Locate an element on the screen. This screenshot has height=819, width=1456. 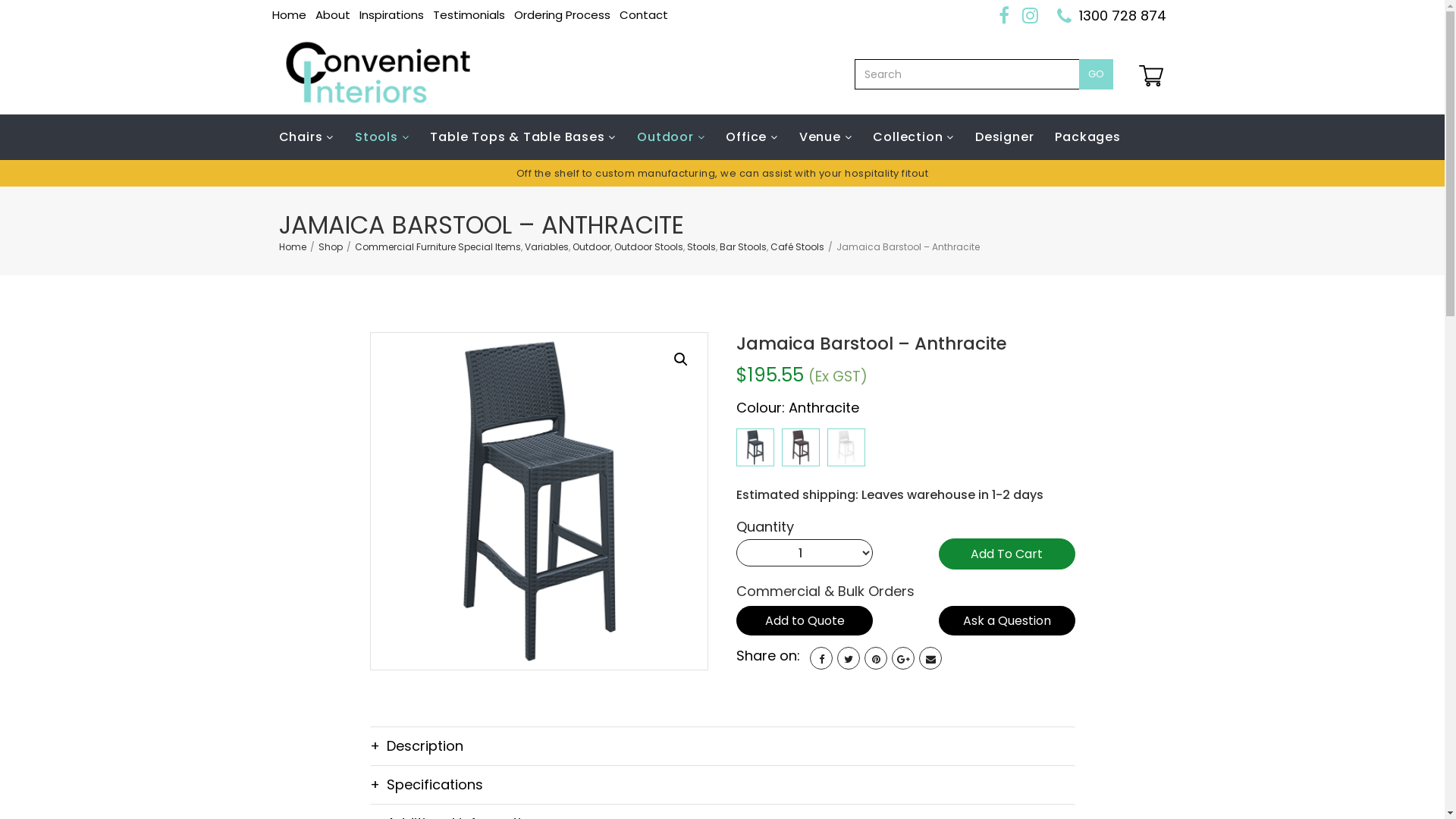
'Ask a Question' is located at coordinates (1007, 620).